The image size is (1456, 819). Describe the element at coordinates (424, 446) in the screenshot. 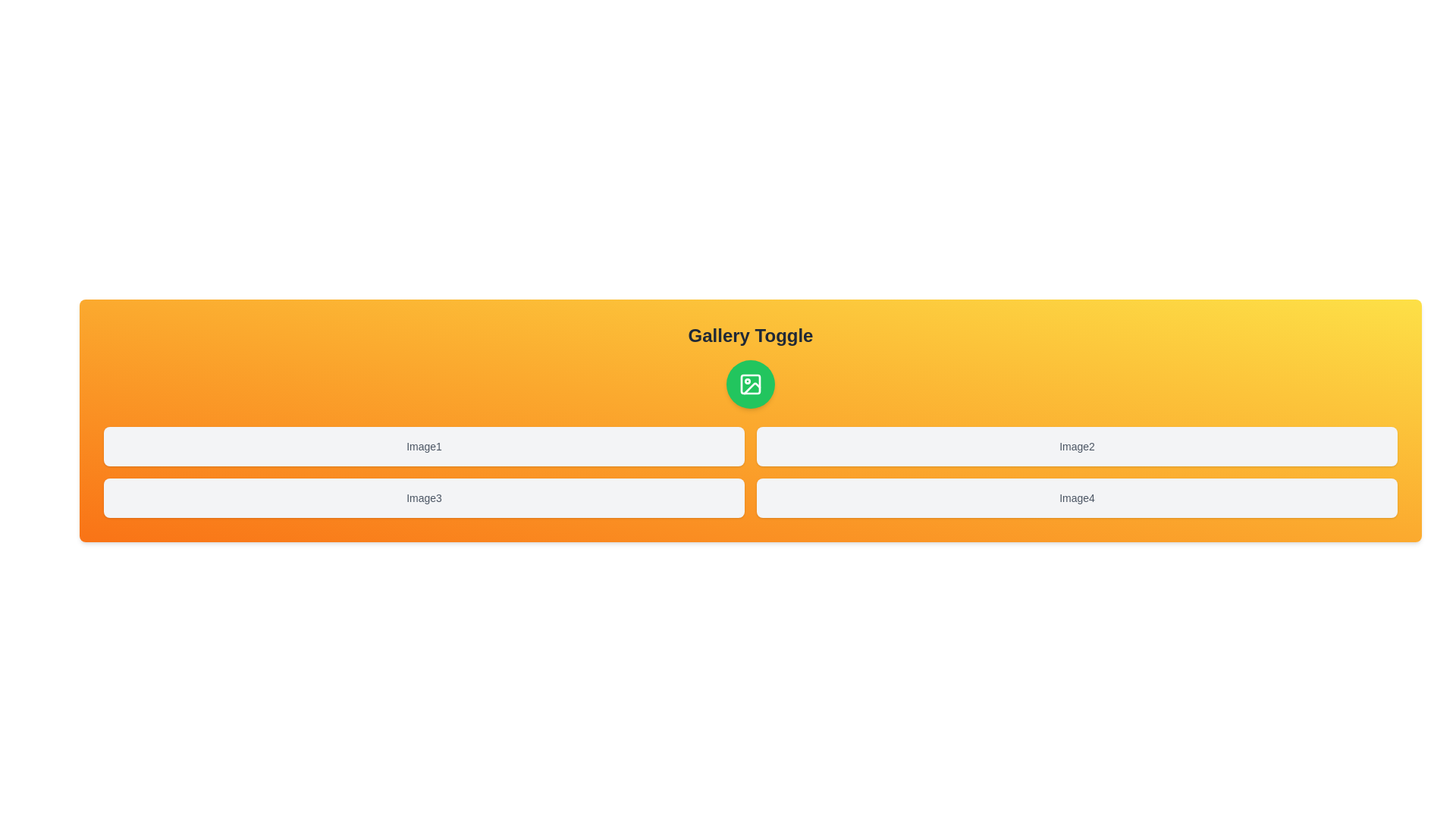

I see `the image box labeled Image1` at that location.